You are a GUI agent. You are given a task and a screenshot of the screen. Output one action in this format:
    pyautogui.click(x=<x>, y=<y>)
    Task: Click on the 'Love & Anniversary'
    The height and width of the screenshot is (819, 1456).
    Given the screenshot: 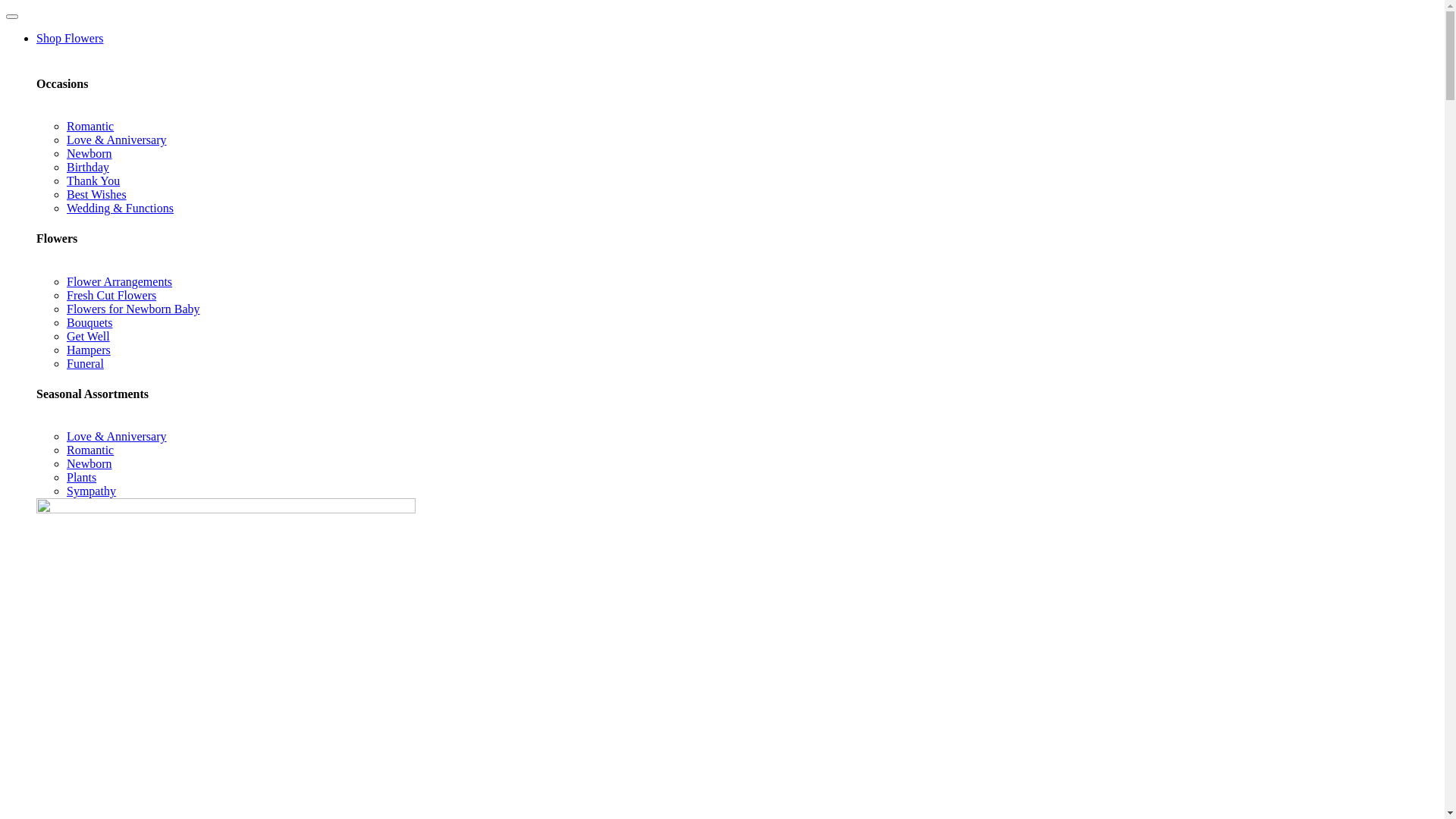 What is the action you would take?
    pyautogui.click(x=115, y=436)
    